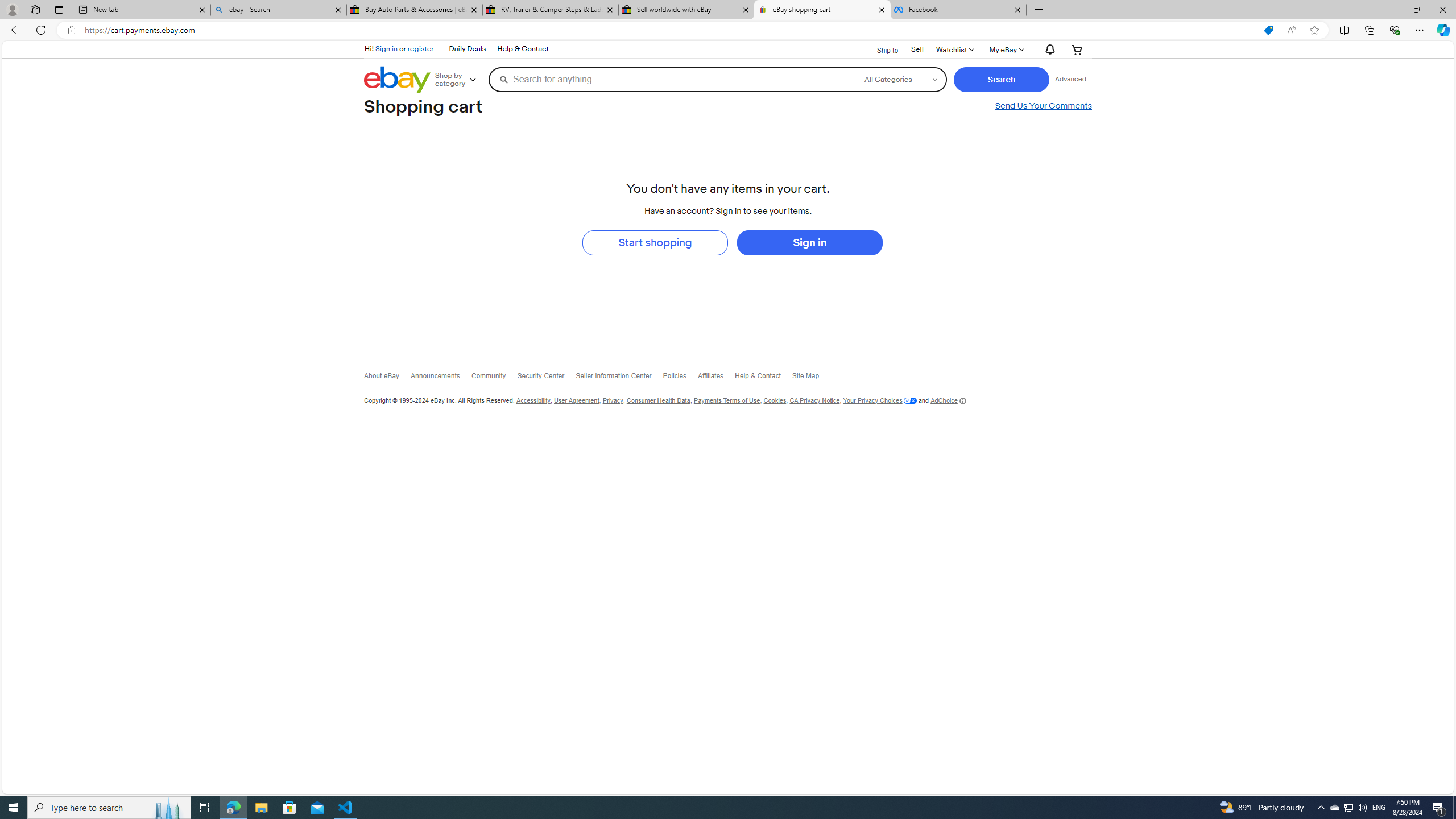  I want to click on 'User Agreement', so click(576, 400).